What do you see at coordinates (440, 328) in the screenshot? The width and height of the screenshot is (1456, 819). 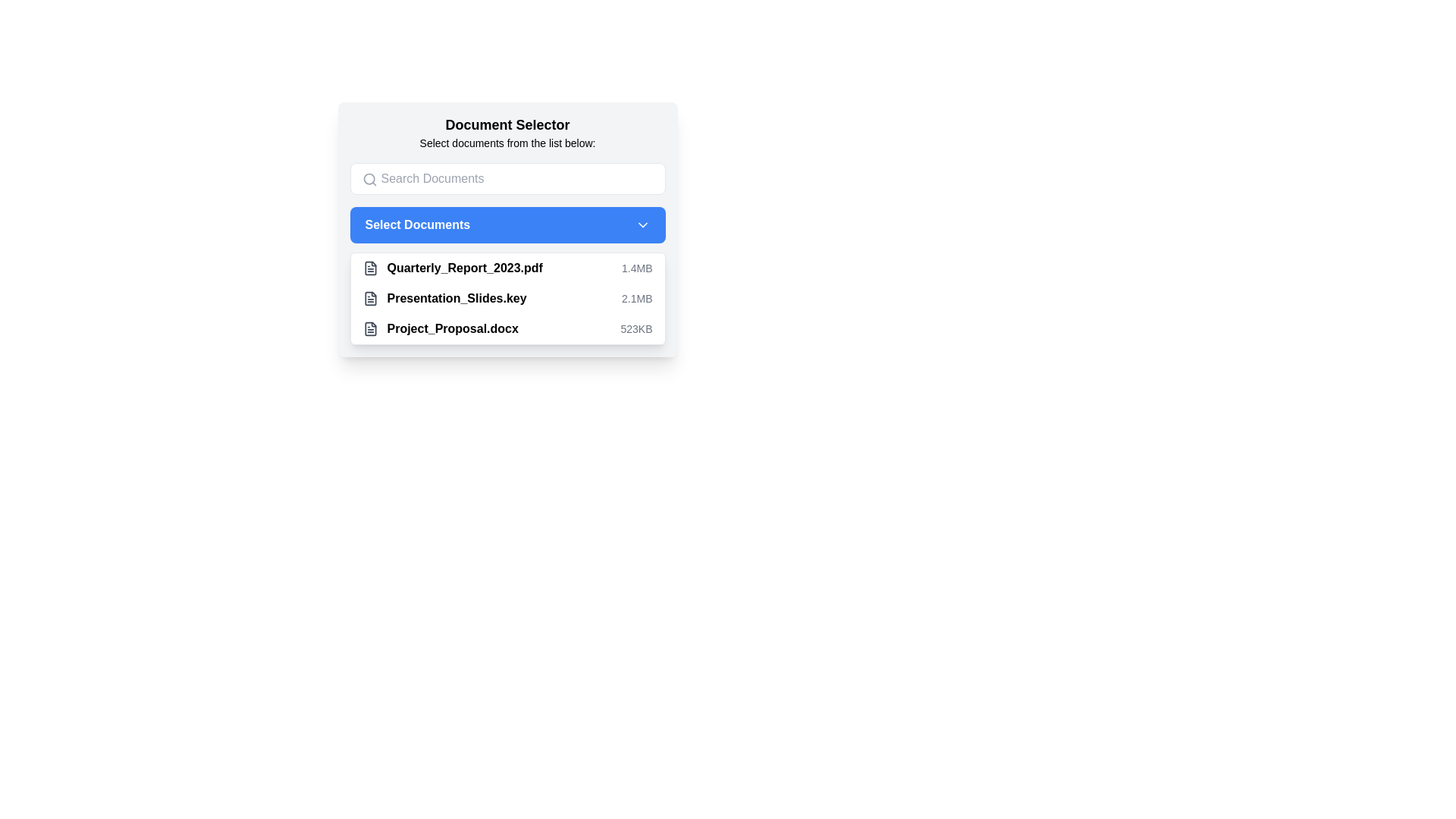 I see `the selectable list item representing the document 'Project_Proposal.docx' in the file selector` at bounding box center [440, 328].